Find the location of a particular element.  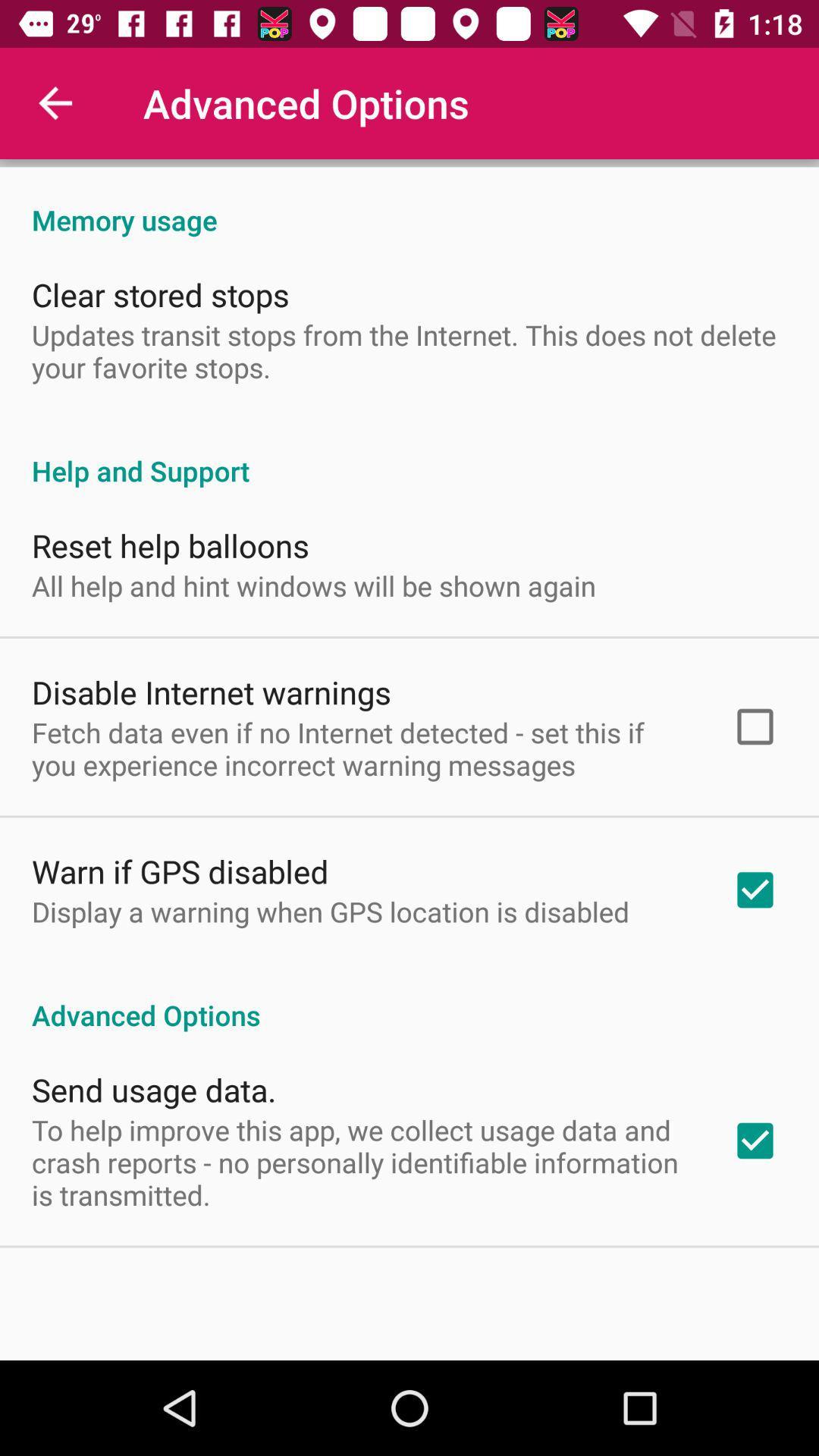

go back is located at coordinates (55, 102).